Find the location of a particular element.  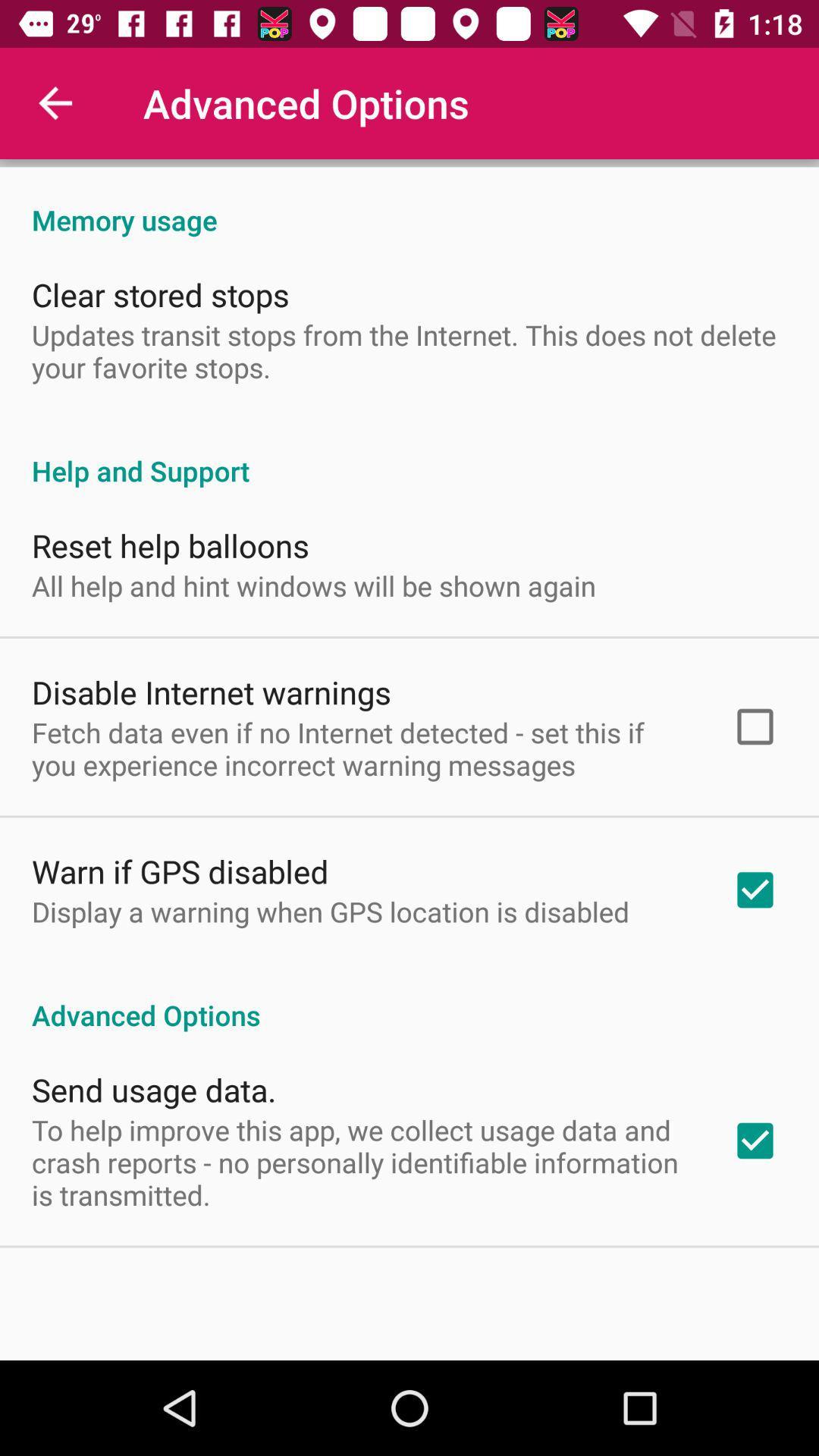

go back is located at coordinates (55, 102).